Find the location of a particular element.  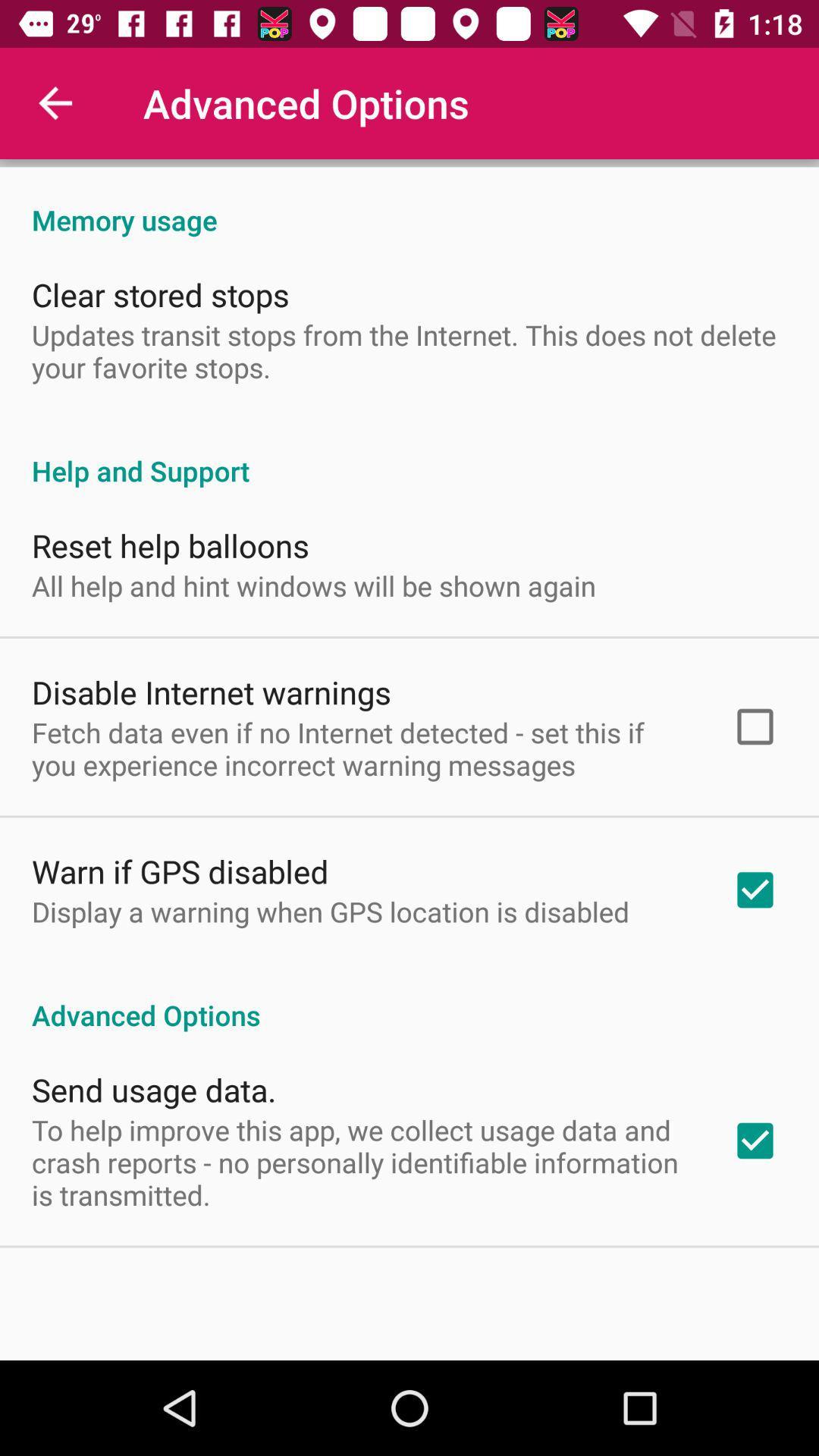

go back is located at coordinates (55, 102).